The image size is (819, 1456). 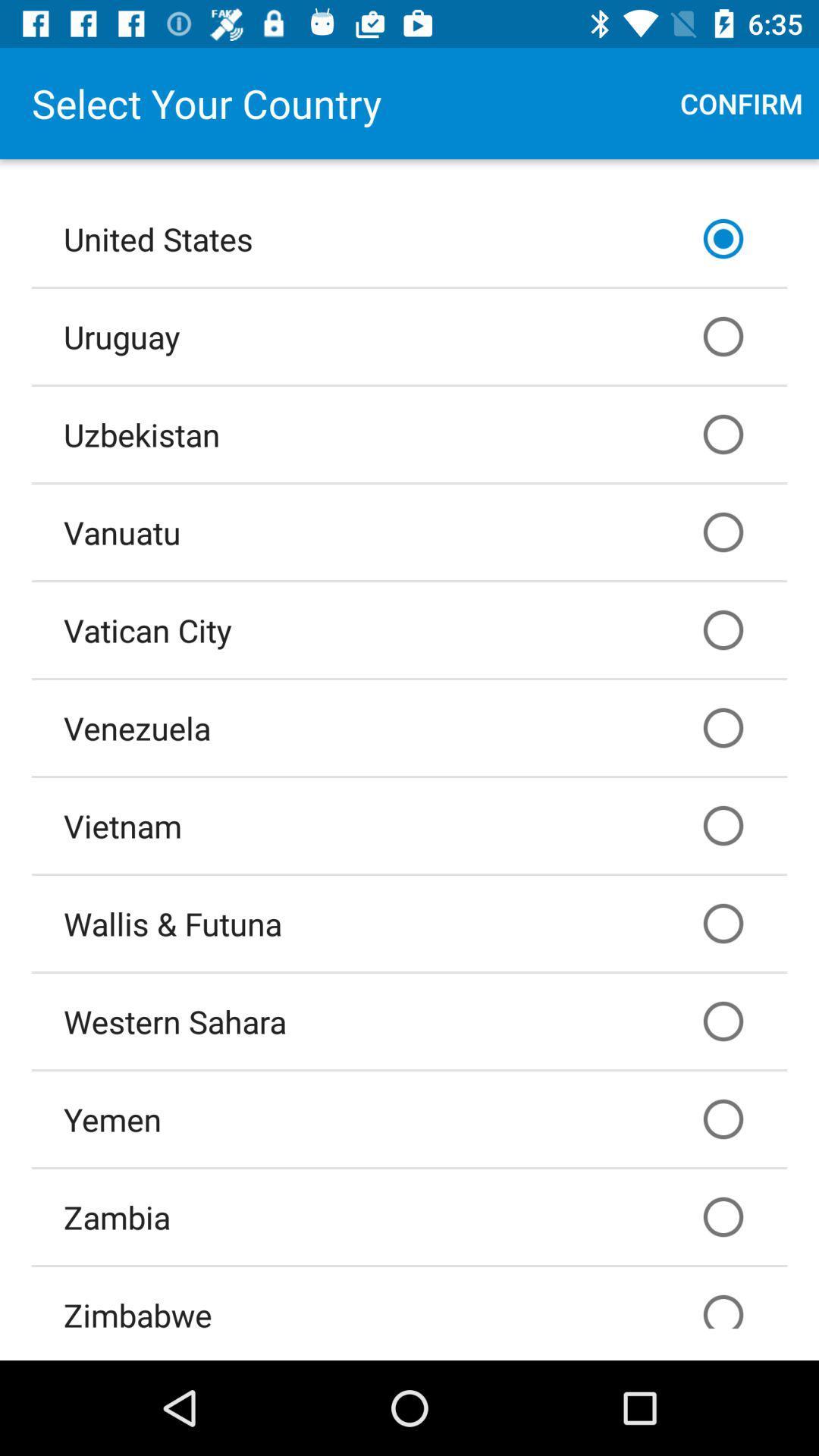 I want to click on the item below venezuela item, so click(x=409, y=825).